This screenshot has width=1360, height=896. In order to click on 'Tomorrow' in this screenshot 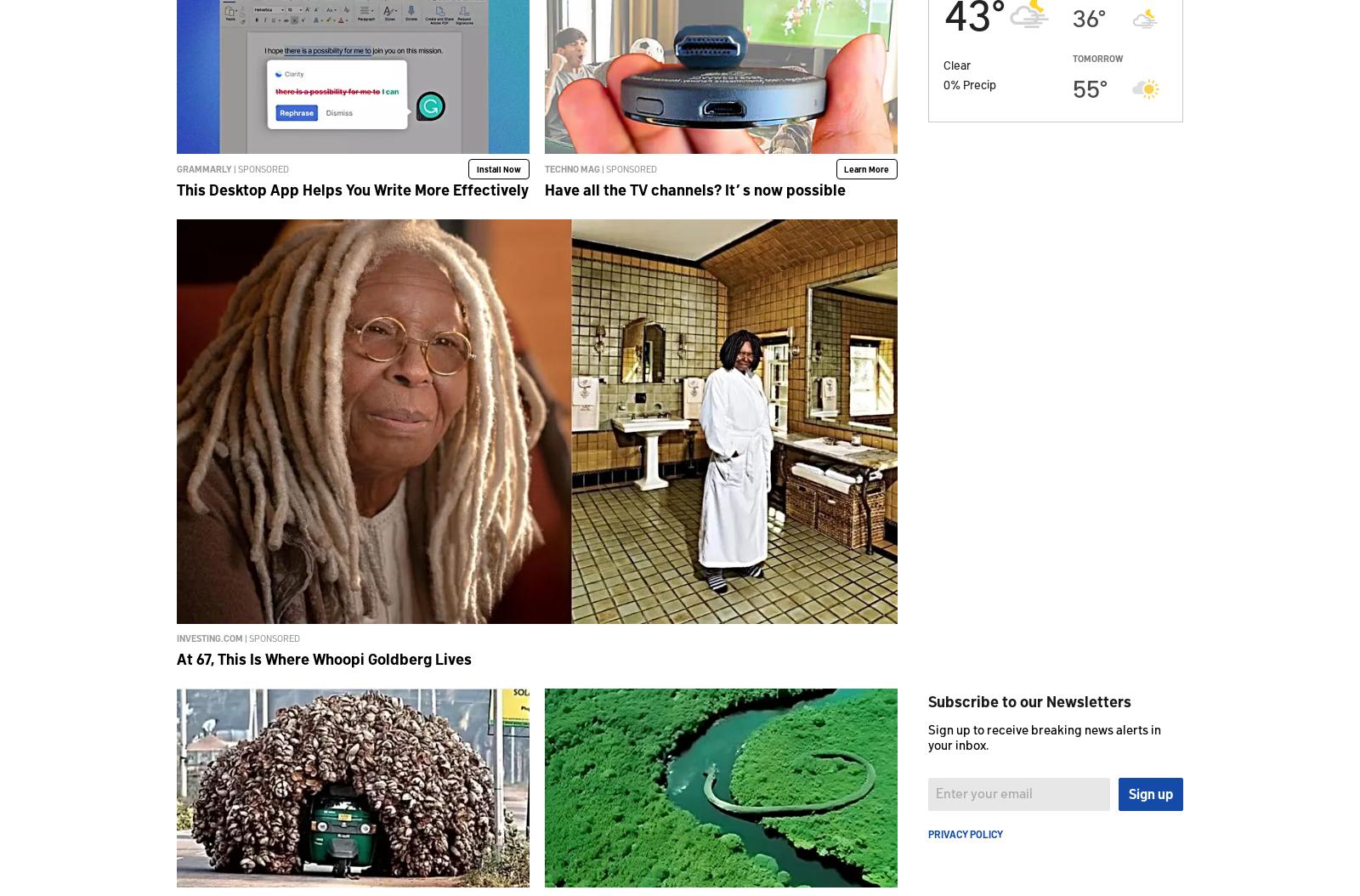, I will do `click(1096, 56)`.